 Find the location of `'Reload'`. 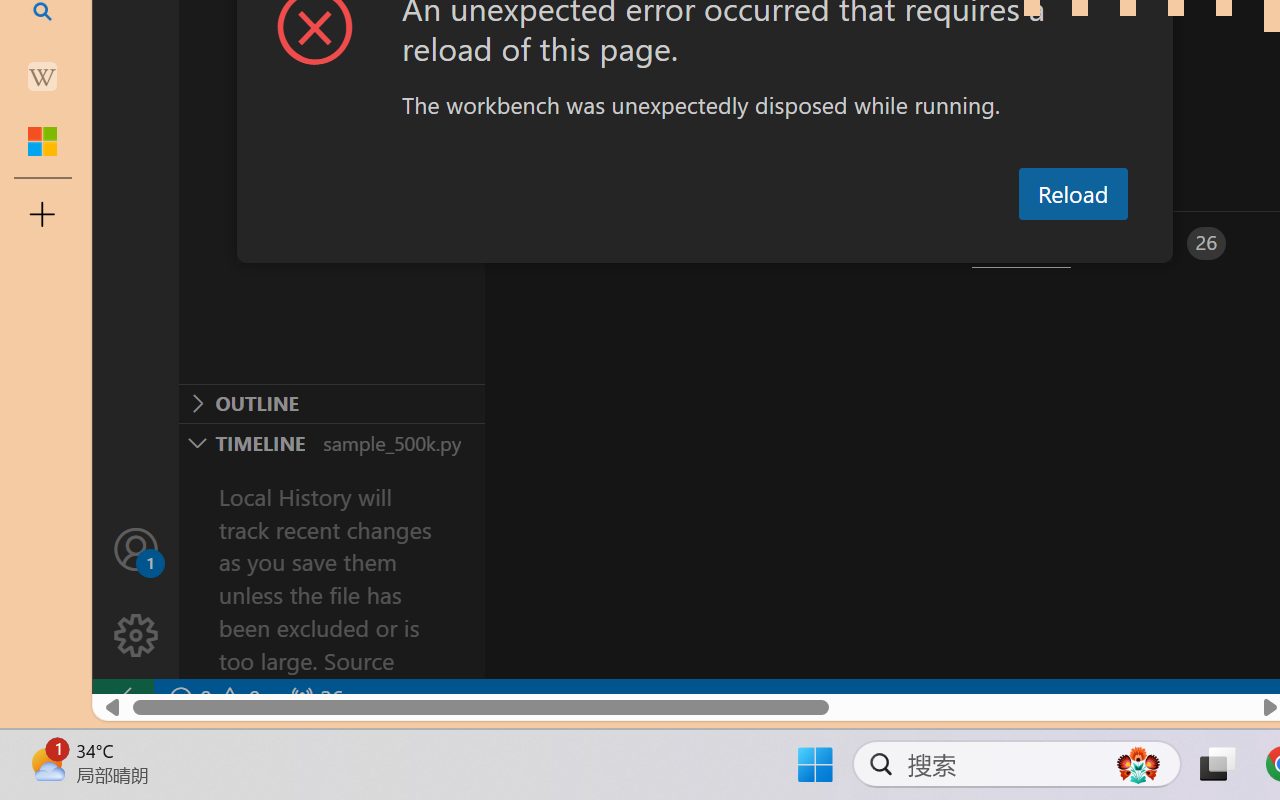

'Reload' is located at coordinates (1071, 192).